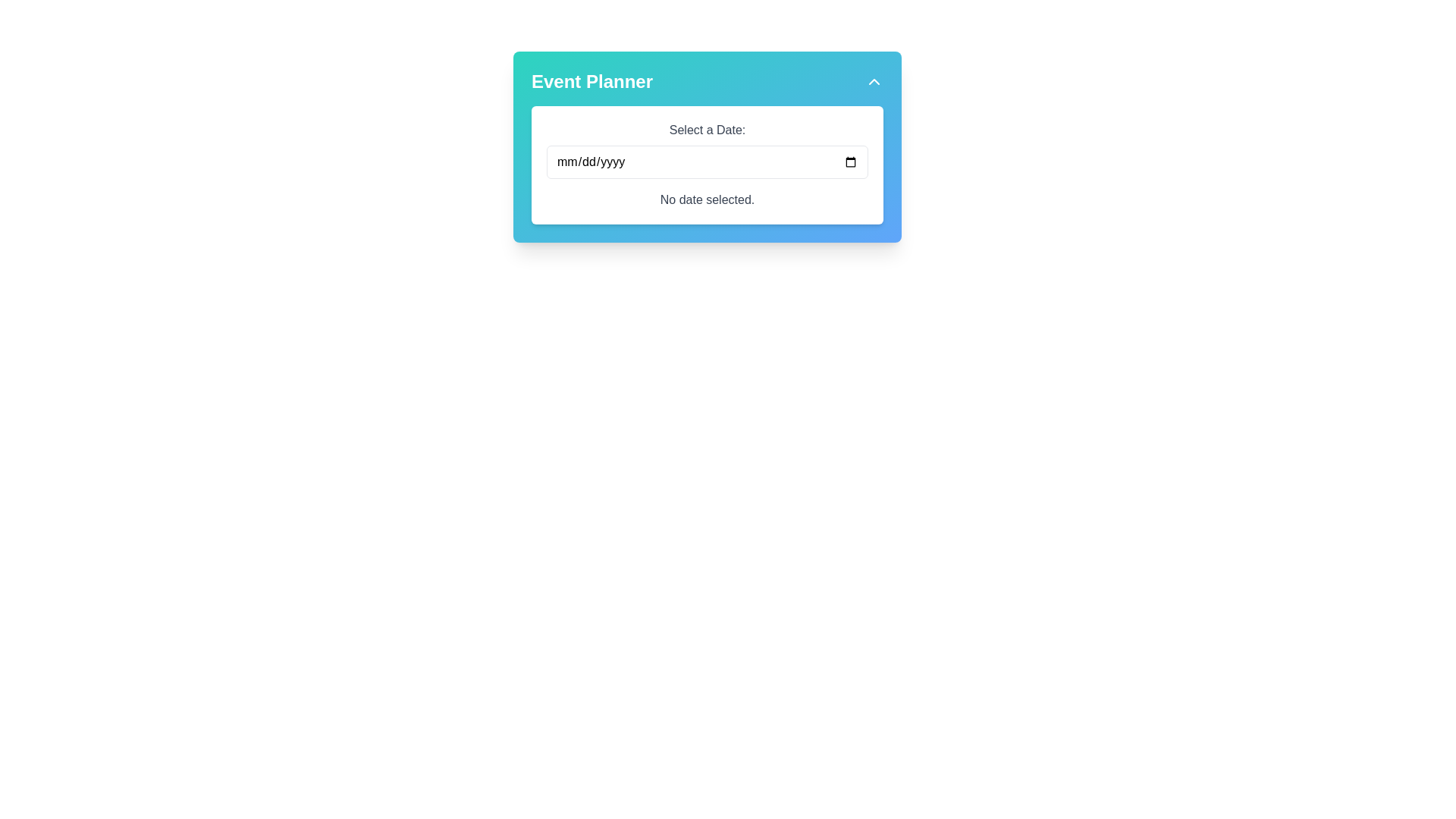 The width and height of the screenshot is (1456, 819). I want to click on the date input field within the 'Event Planner' card, so click(706, 146).